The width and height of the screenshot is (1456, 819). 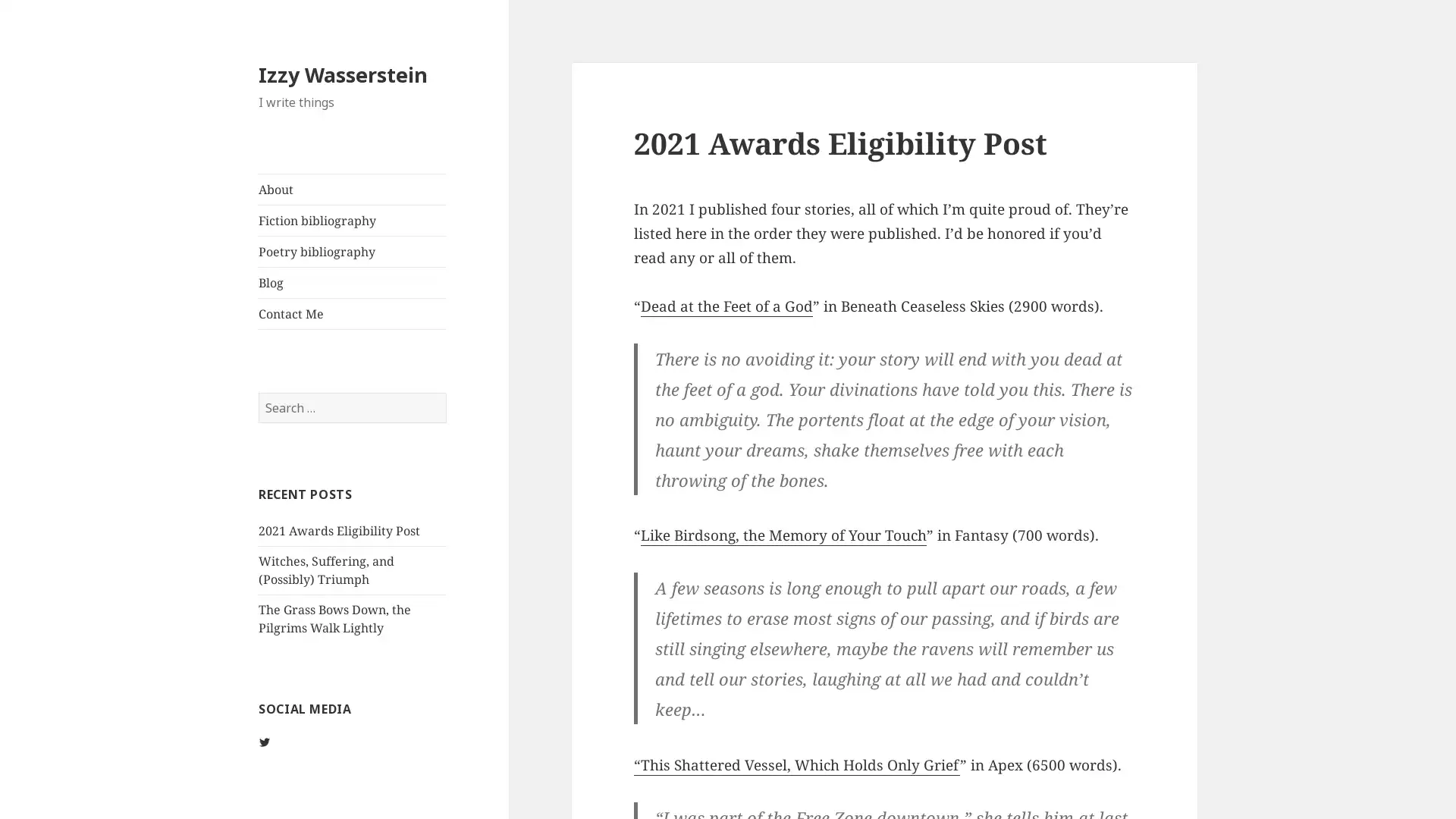 I want to click on Search, so click(x=444, y=391).